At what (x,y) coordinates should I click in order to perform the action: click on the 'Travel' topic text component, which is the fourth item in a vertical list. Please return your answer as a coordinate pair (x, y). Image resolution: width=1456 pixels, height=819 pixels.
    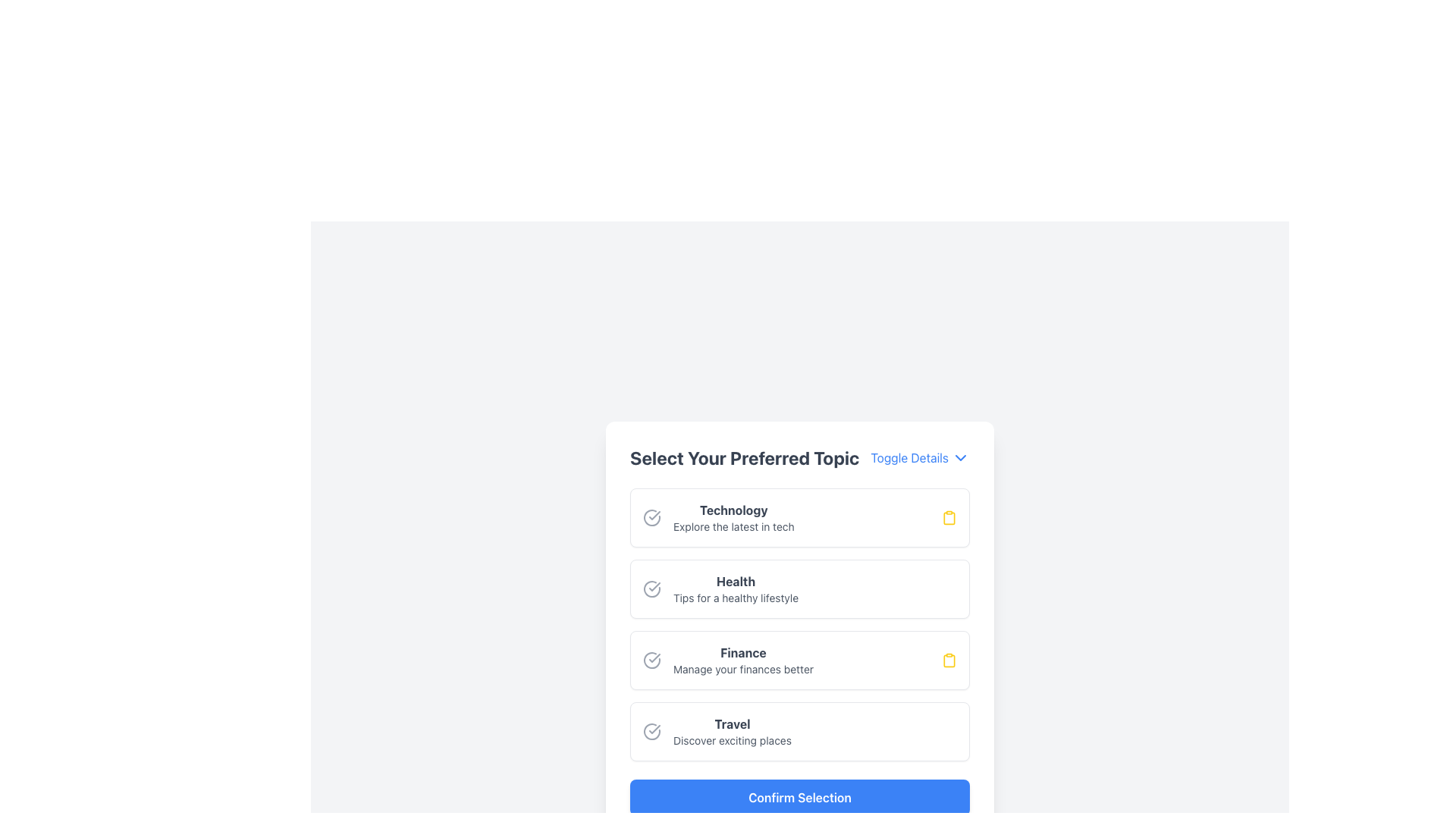
    Looking at the image, I should click on (716, 730).